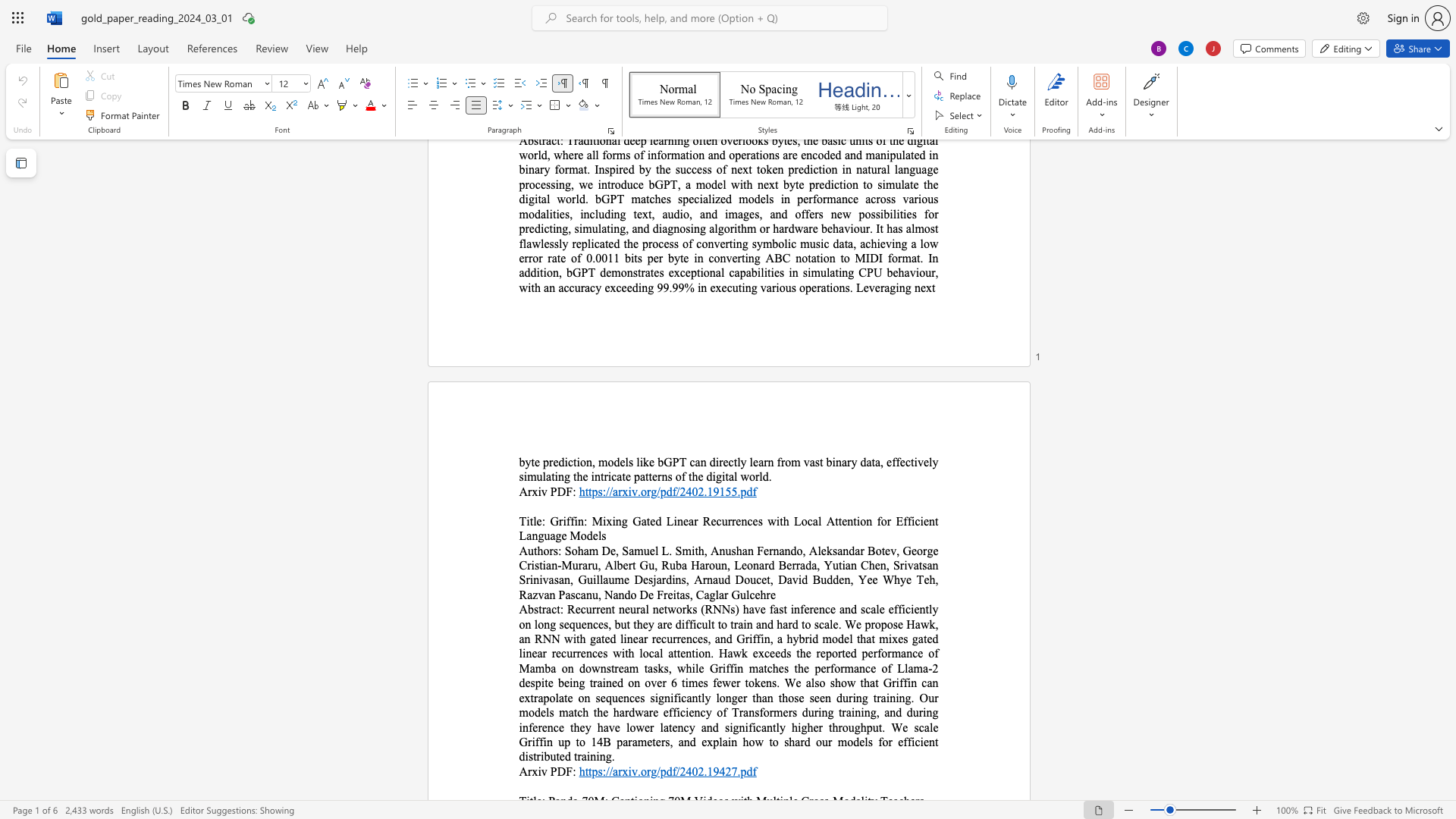 Image resolution: width=1456 pixels, height=819 pixels. I want to click on the 1th character "x" in the text, so click(535, 491).